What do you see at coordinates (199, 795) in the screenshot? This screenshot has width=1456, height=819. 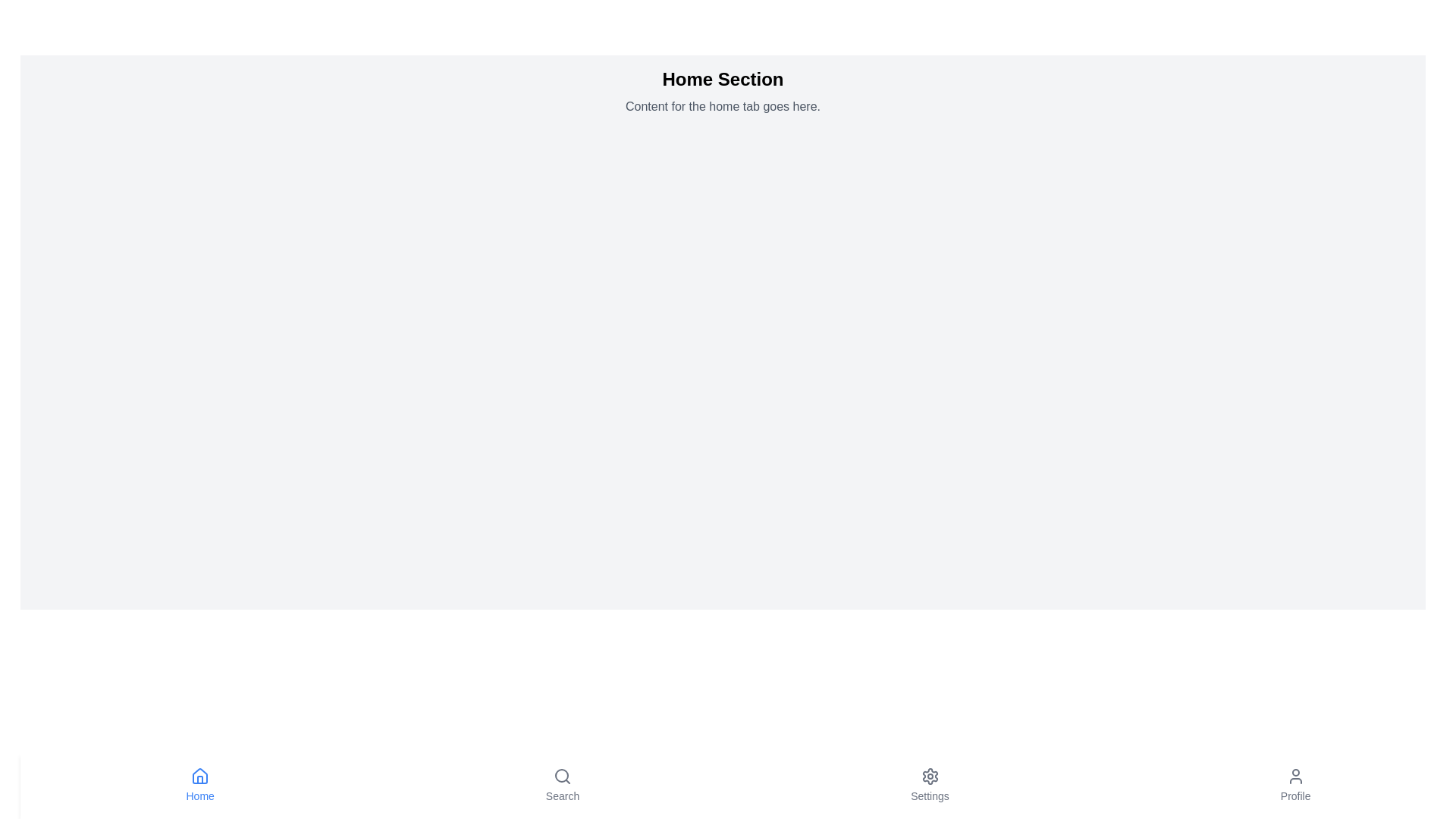 I see `the 'Home' text label located in the bottom navigation bar, which indicates its purpose for navigation to the home section of the application` at bounding box center [199, 795].